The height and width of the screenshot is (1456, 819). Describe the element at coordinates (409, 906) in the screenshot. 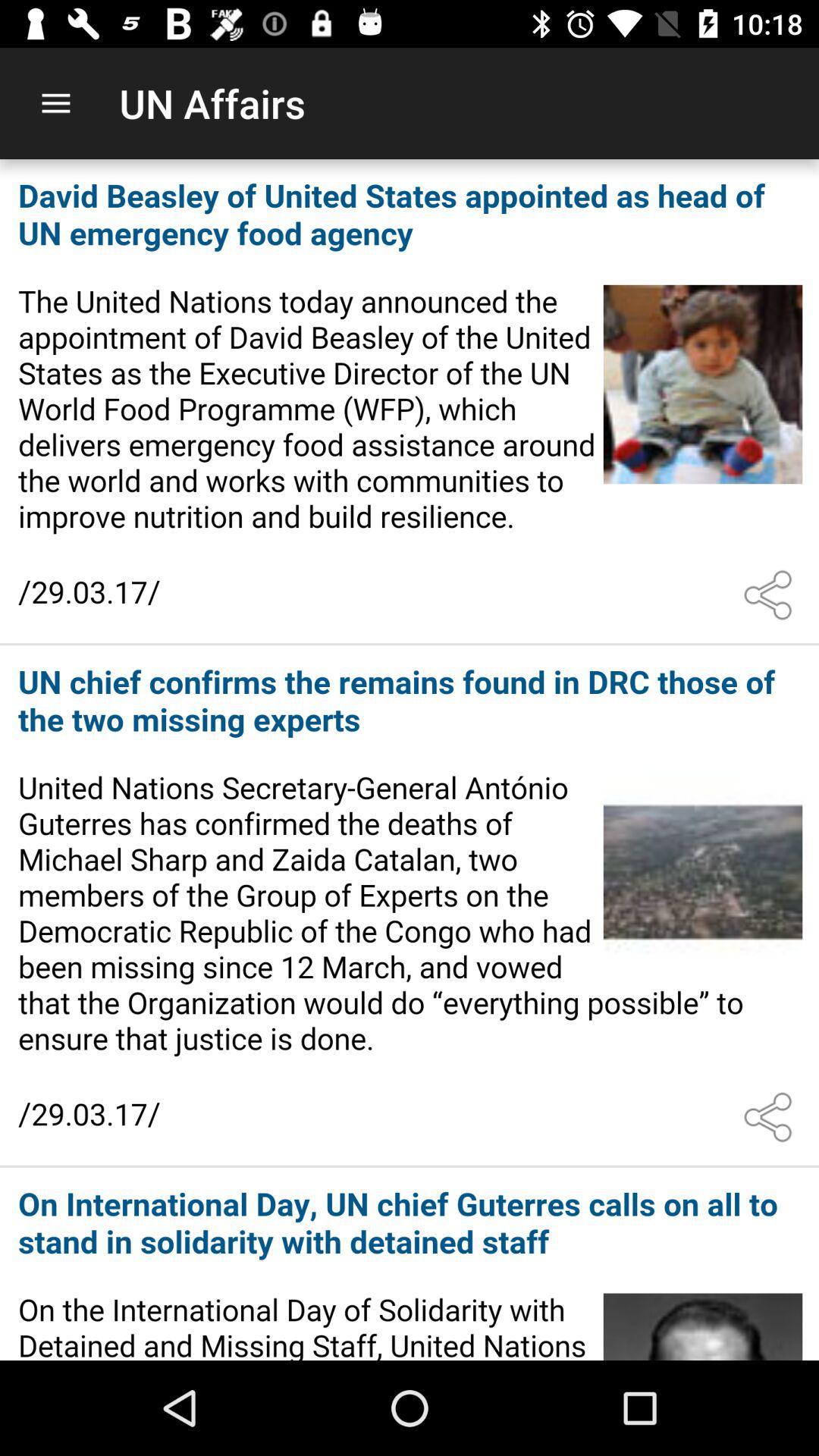

I see `full article` at that location.